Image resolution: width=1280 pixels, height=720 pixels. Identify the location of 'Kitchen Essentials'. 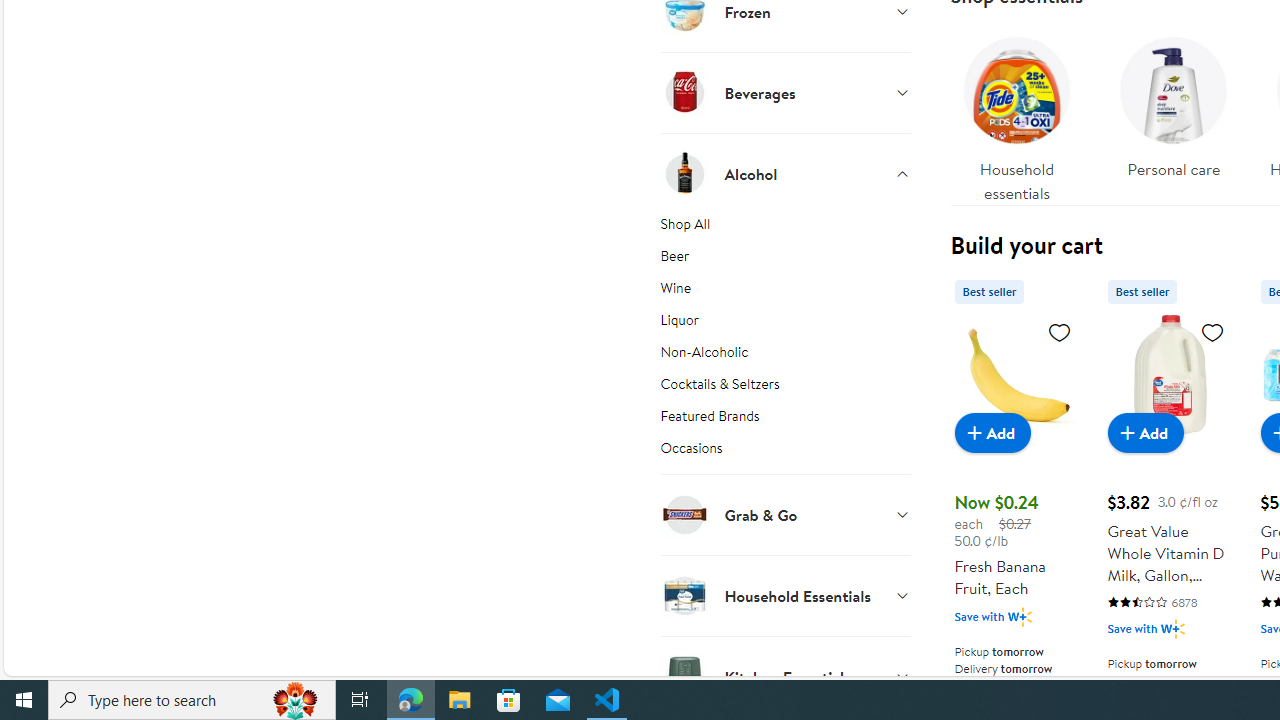
(784, 675).